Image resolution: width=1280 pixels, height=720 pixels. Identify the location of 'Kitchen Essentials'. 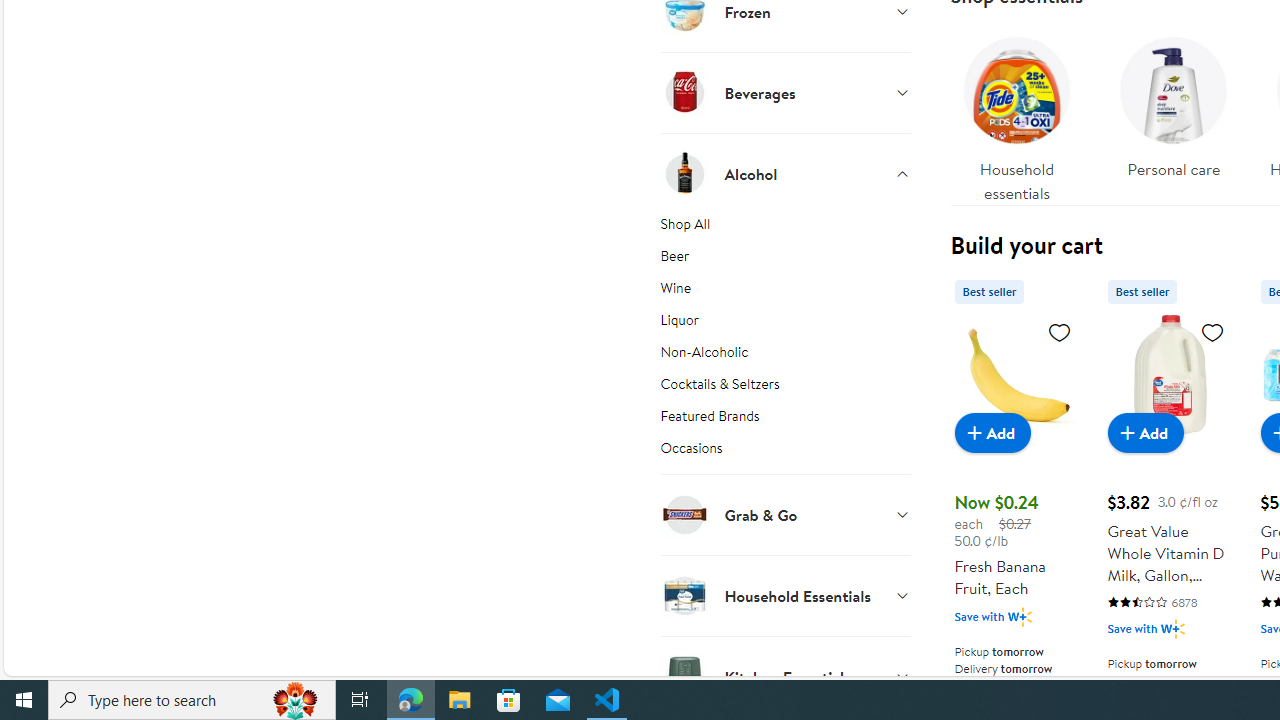
(784, 675).